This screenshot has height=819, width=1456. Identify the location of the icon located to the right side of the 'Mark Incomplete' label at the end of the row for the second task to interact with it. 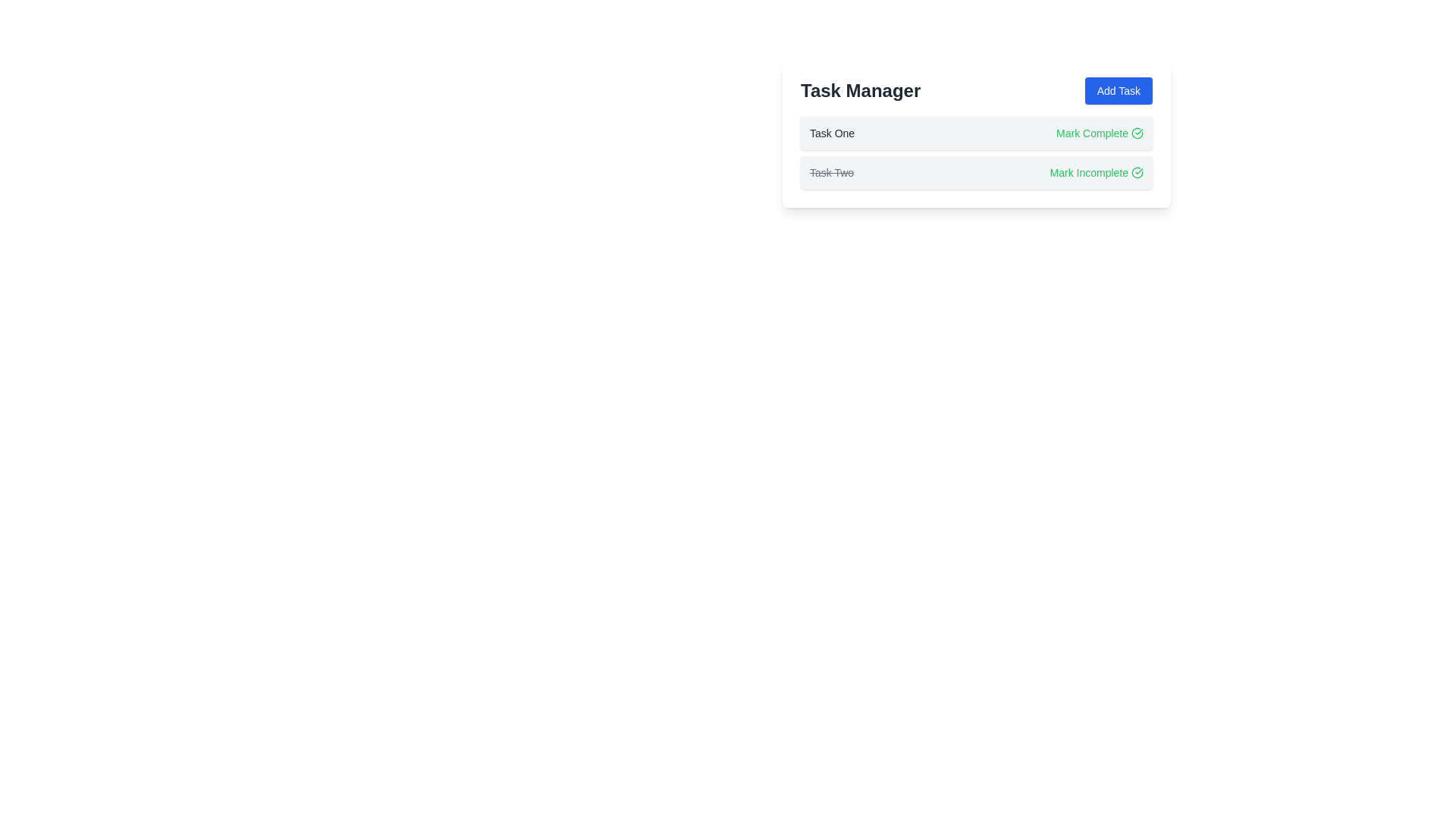
(1137, 171).